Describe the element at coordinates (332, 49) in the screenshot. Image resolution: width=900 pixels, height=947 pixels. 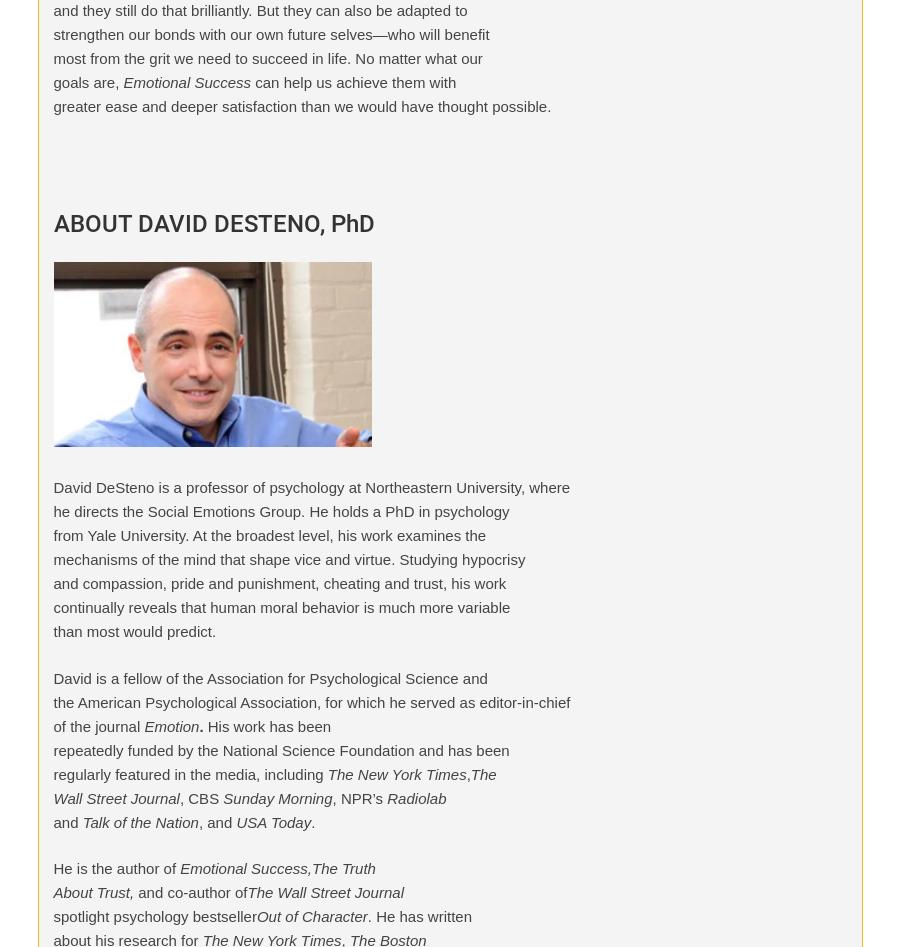
I see `'Coach Certification'` at that location.